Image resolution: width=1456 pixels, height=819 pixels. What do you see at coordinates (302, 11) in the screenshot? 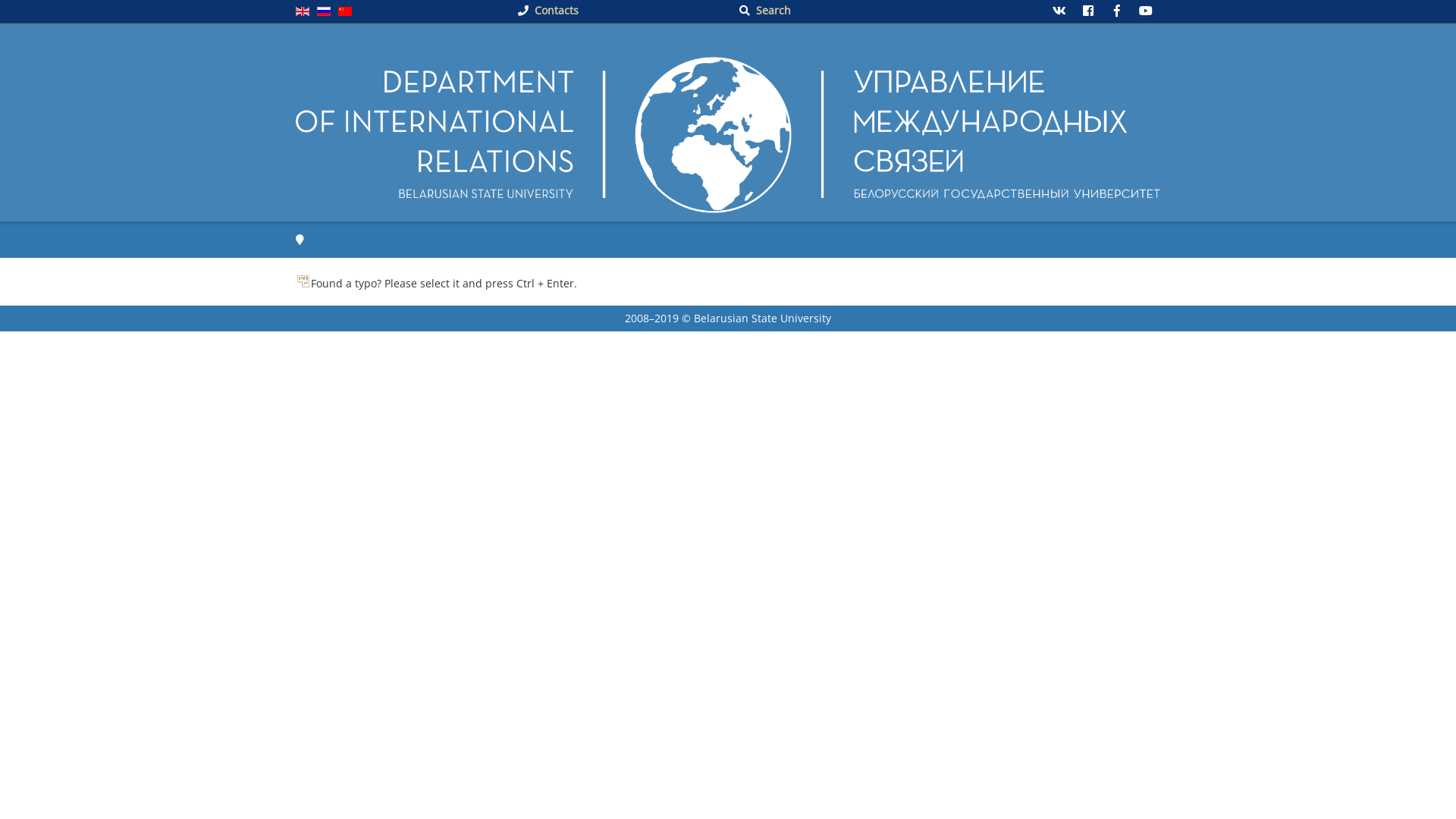
I see `'English (UK)'` at bounding box center [302, 11].